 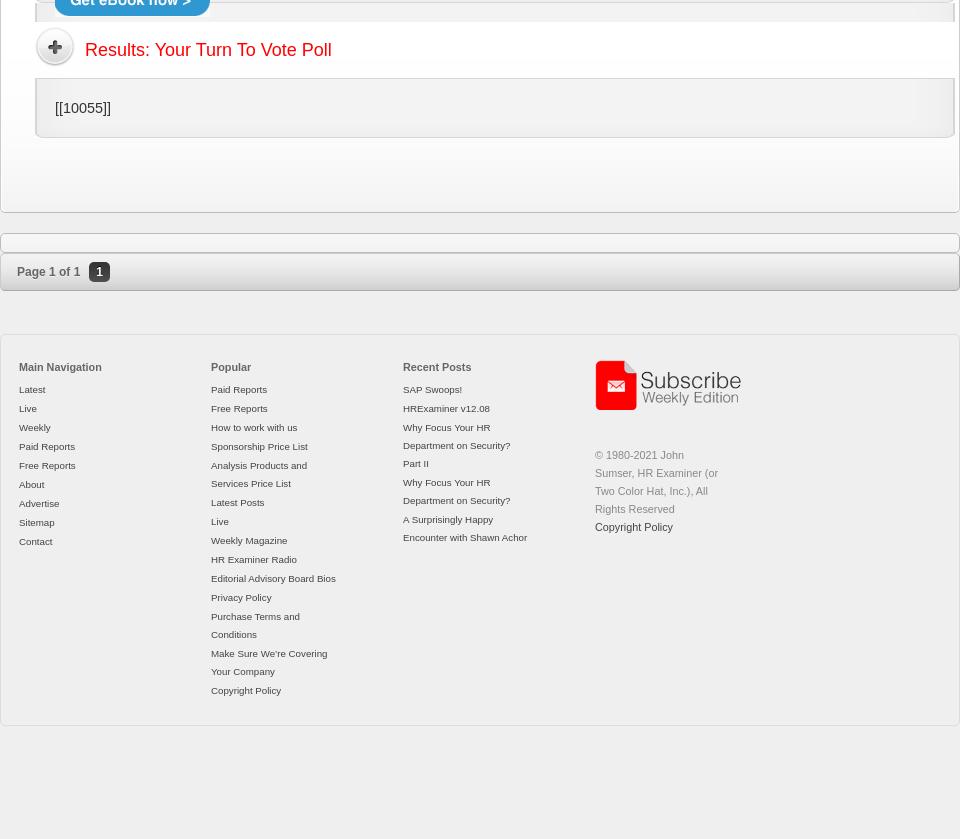 What do you see at coordinates (432, 389) in the screenshot?
I see `'SAP Swoops!'` at bounding box center [432, 389].